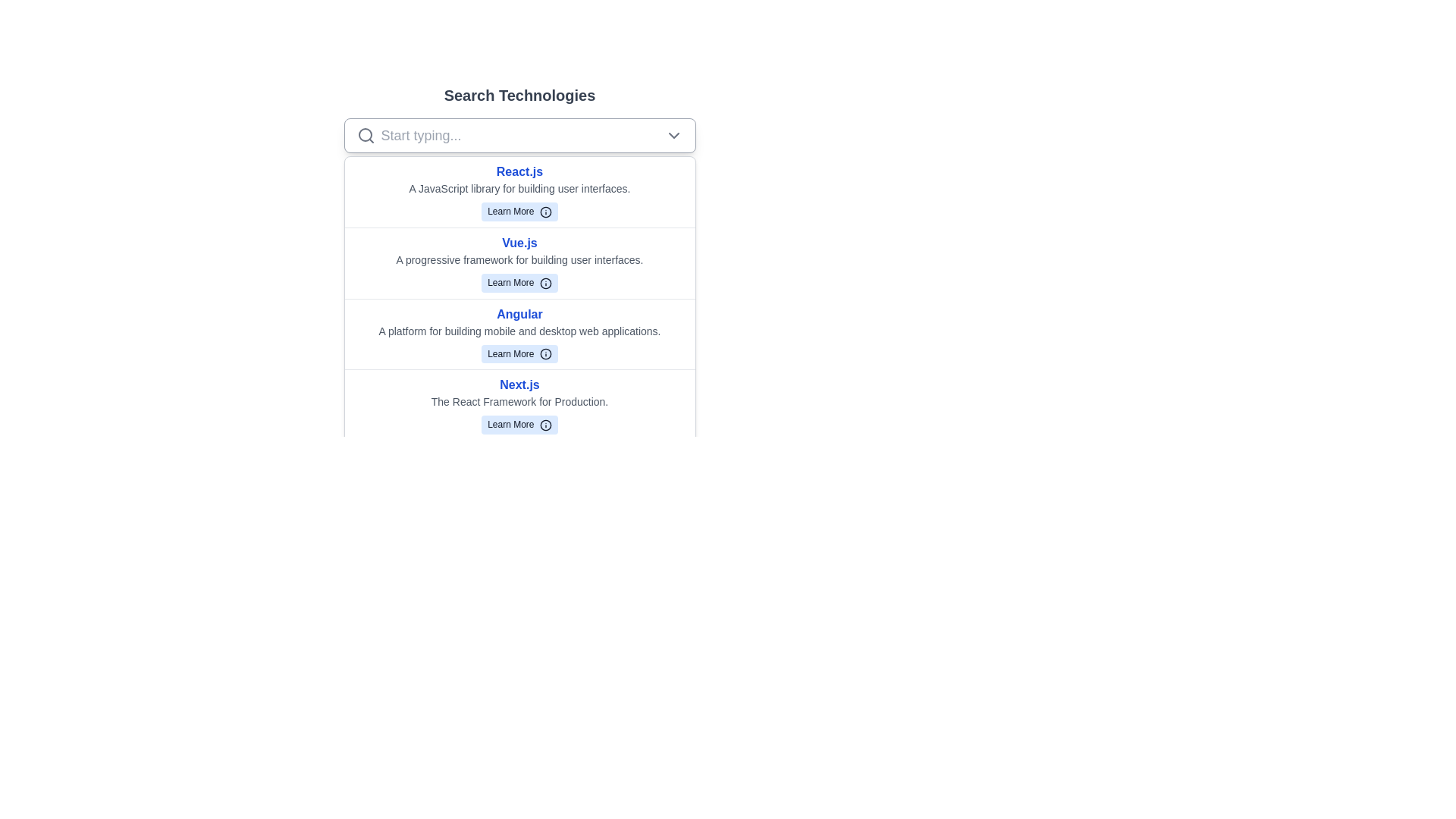 The width and height of the screenshot is (1456, 819). Describe the element at coordinates (545, 212) in the screenshot. I see `the conceptual icon located at the far right of the 'Learn More' button underneath the 'React.js' section, which serves as a visual indicator for additional information` at that location.